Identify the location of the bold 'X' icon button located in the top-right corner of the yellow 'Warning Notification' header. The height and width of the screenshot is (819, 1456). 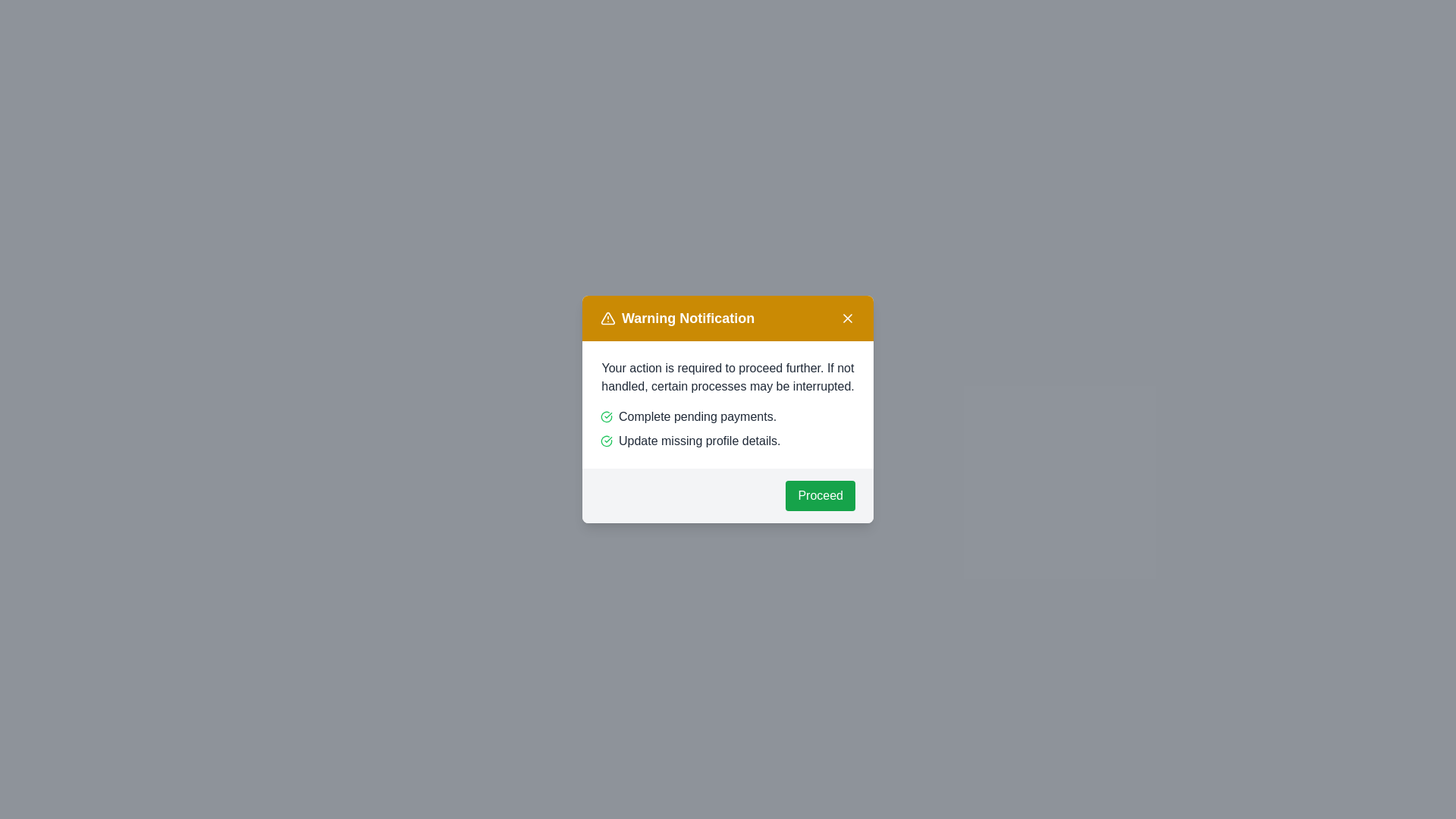
(847, 318).